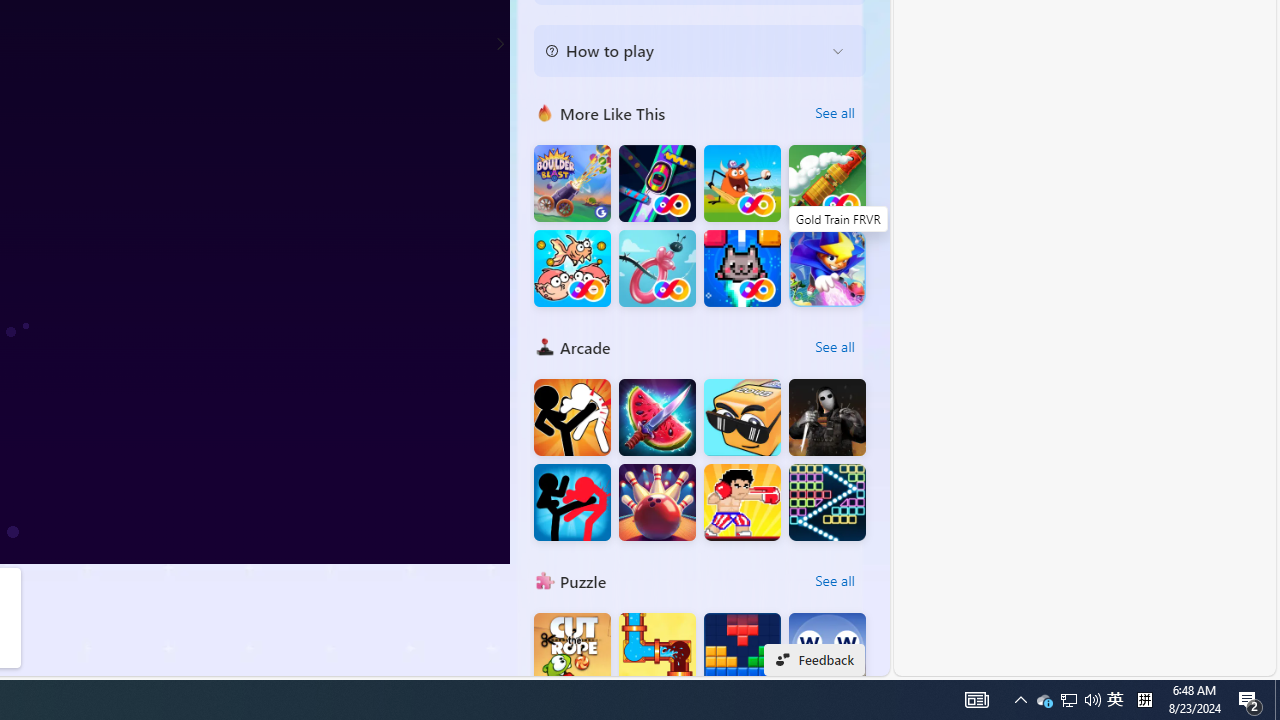 This screenshot has height=720, width=1280. I want to click on 'Kitten Force FRVR', so click(741, 267).